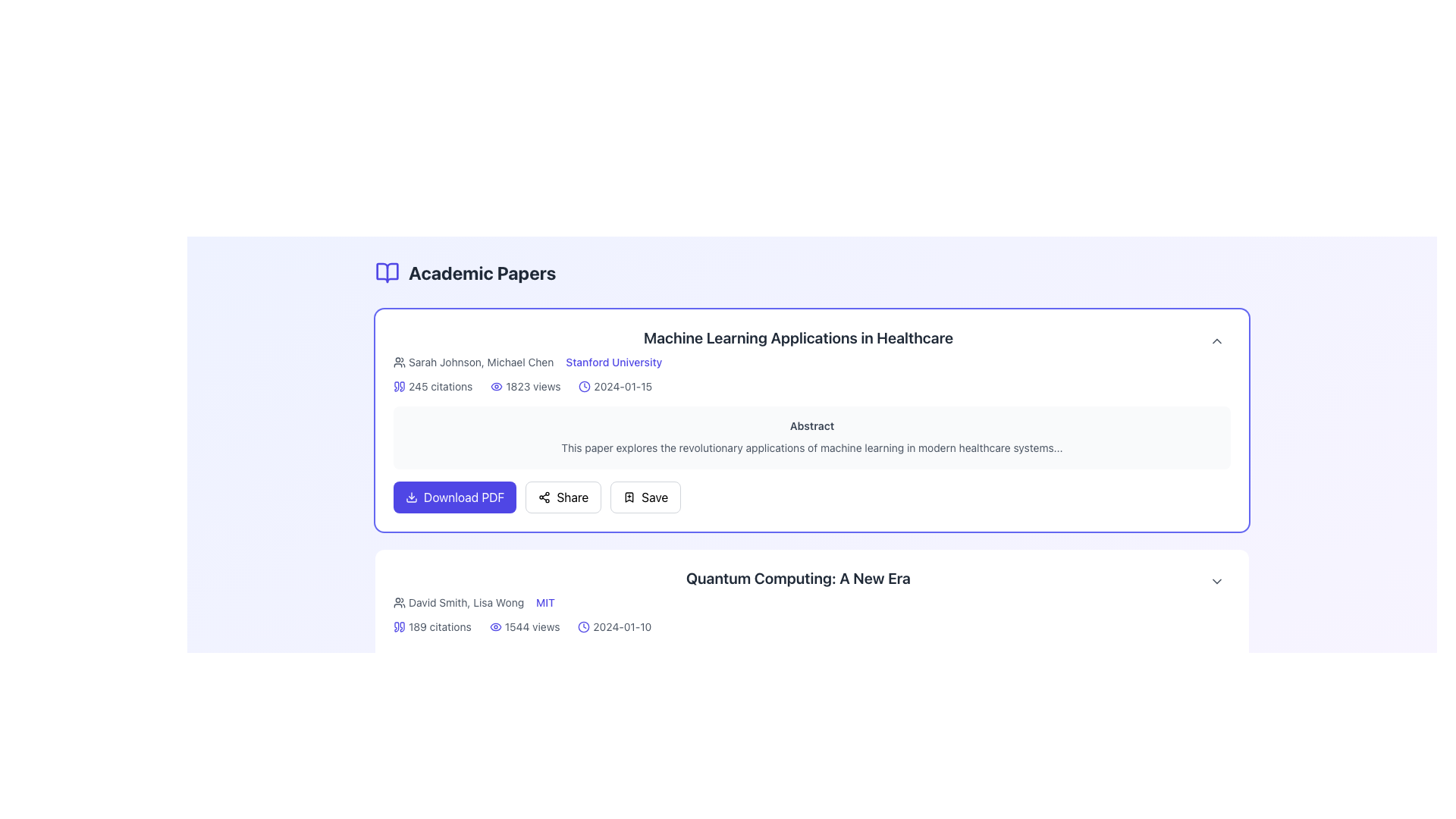 The image size is (1456, 819). I want to click on and interpret the open book icon, which is vibrant indigo and located next to the 'Academic Papers' header, so click(387, 271).